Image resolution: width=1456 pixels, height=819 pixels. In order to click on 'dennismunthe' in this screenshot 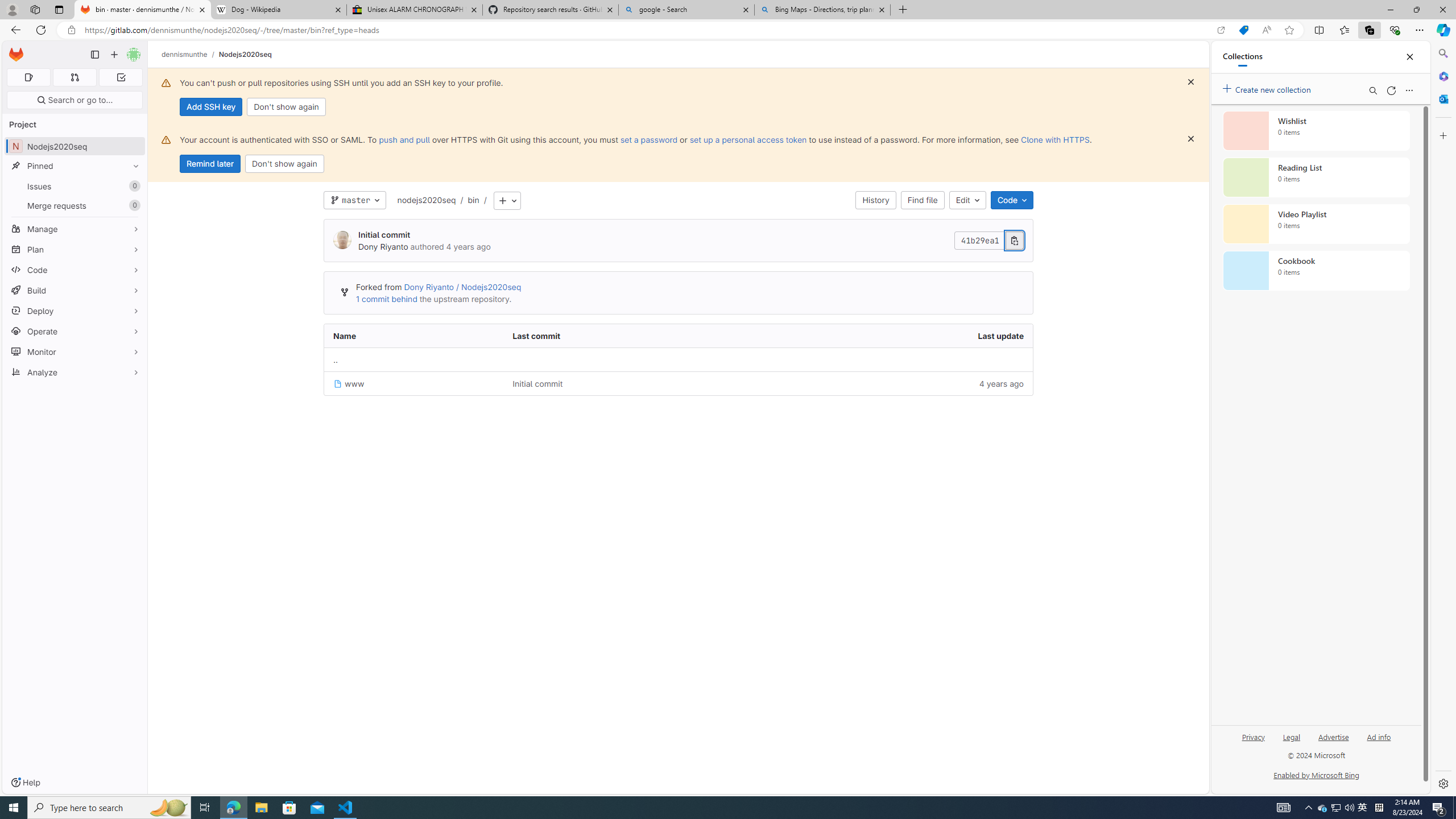, I will do `click(185, 54)`.